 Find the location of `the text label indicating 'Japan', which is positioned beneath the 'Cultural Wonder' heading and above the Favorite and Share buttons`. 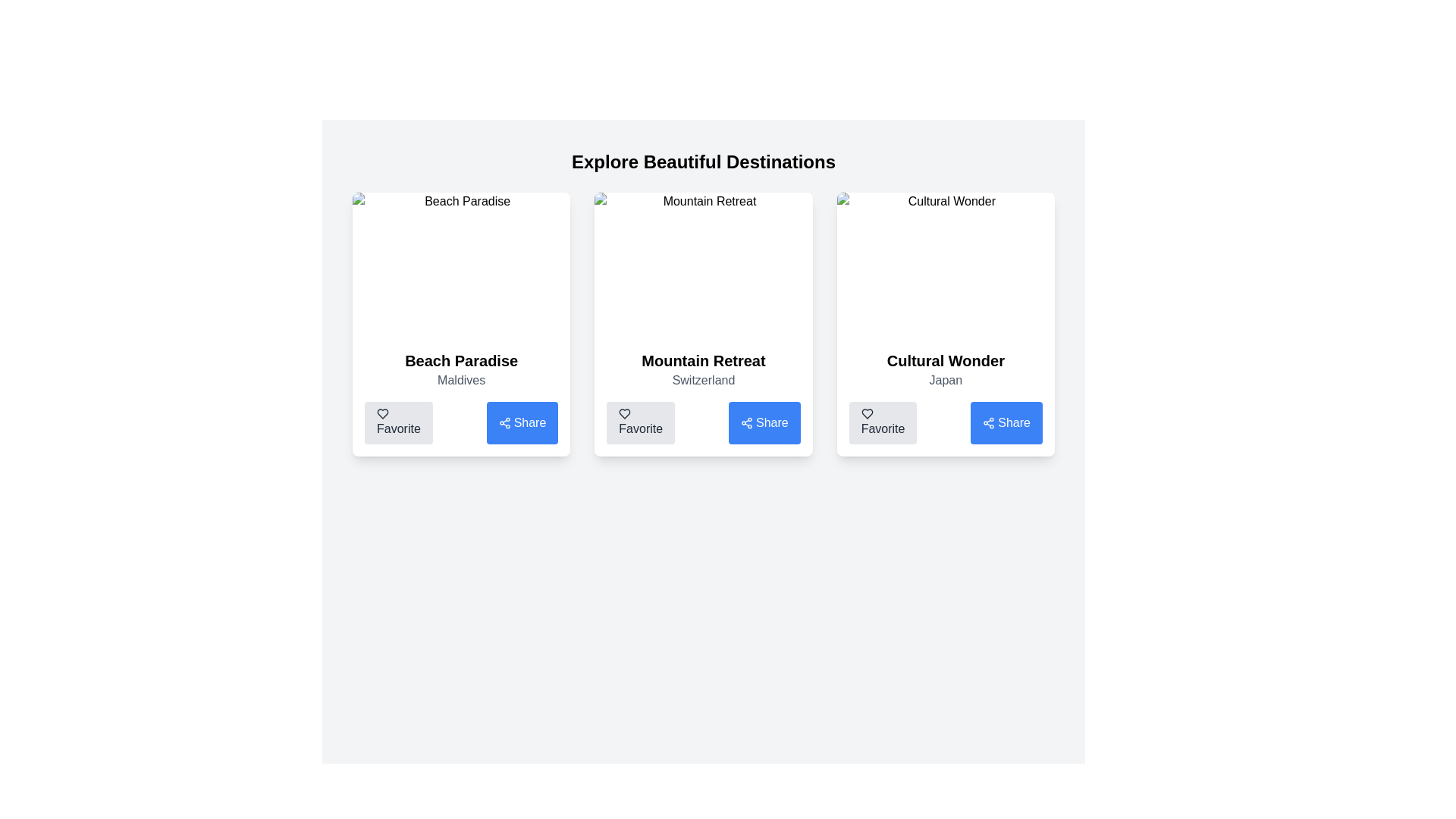

the text label indicating 'Japan', which is positioned beneath the 'Cultural Wonder' heading and above the Favorite and Share buttons is located at coordinates (945, 379).